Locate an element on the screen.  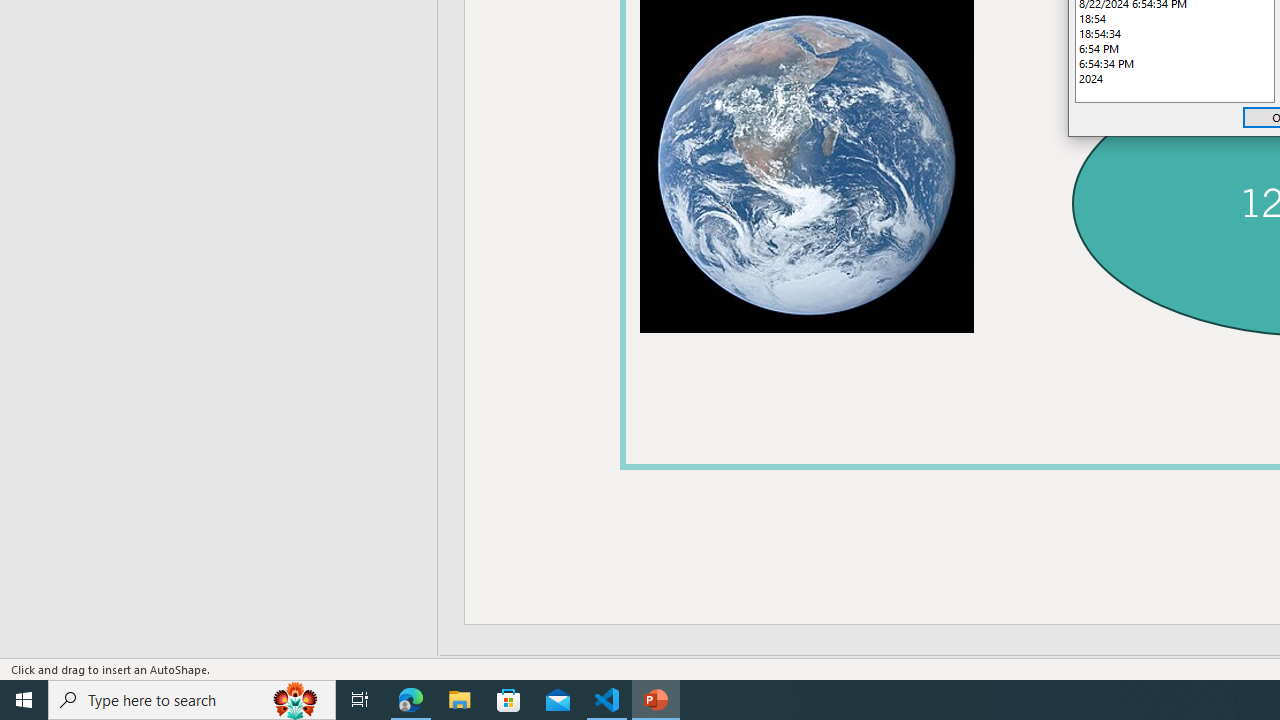
'18:54:34' is located at coordinates (1175, 33).